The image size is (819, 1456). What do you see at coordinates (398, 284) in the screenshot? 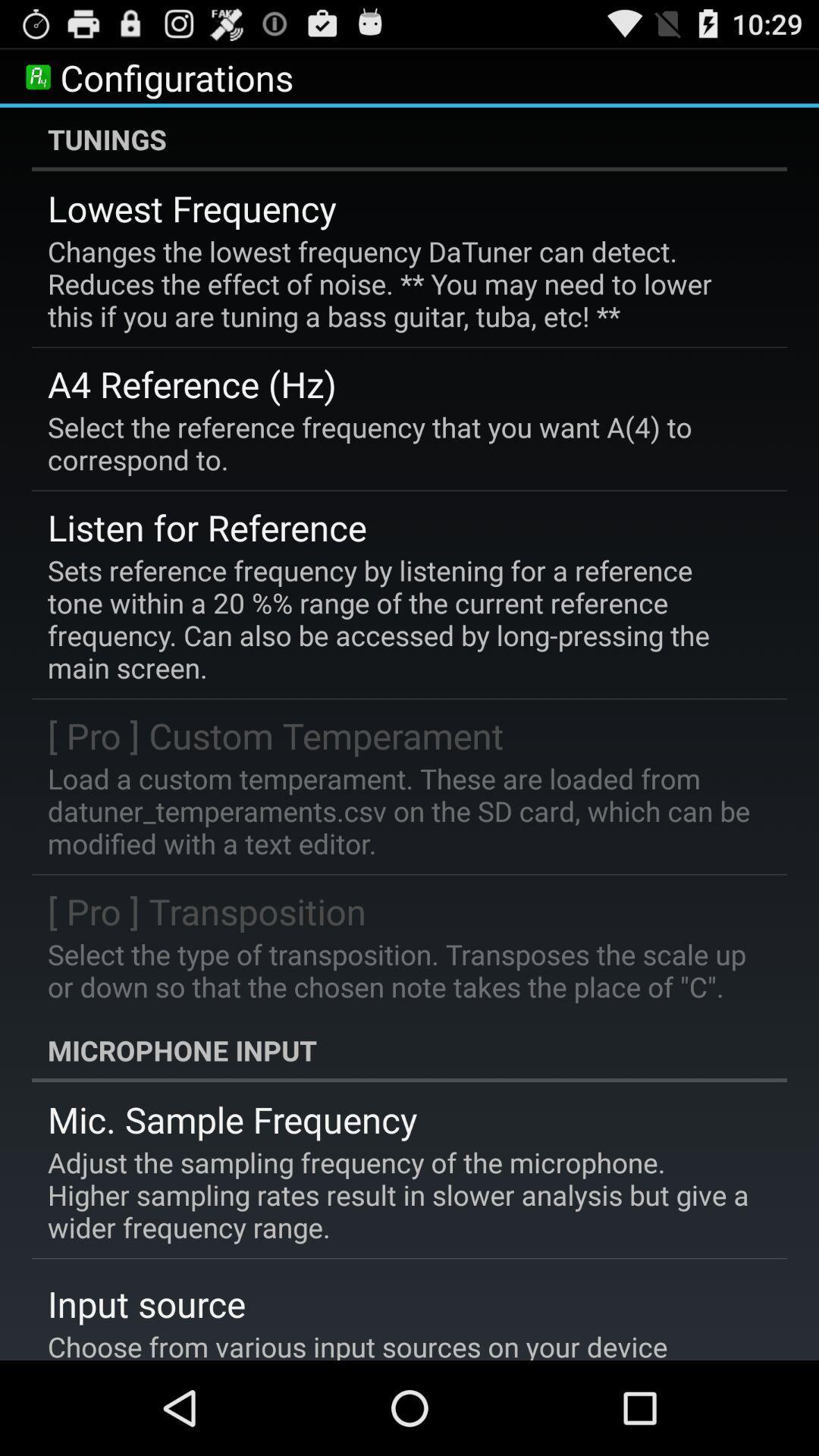
I see `the icon below the lowest frequency item` at bounding box center [398, 284].